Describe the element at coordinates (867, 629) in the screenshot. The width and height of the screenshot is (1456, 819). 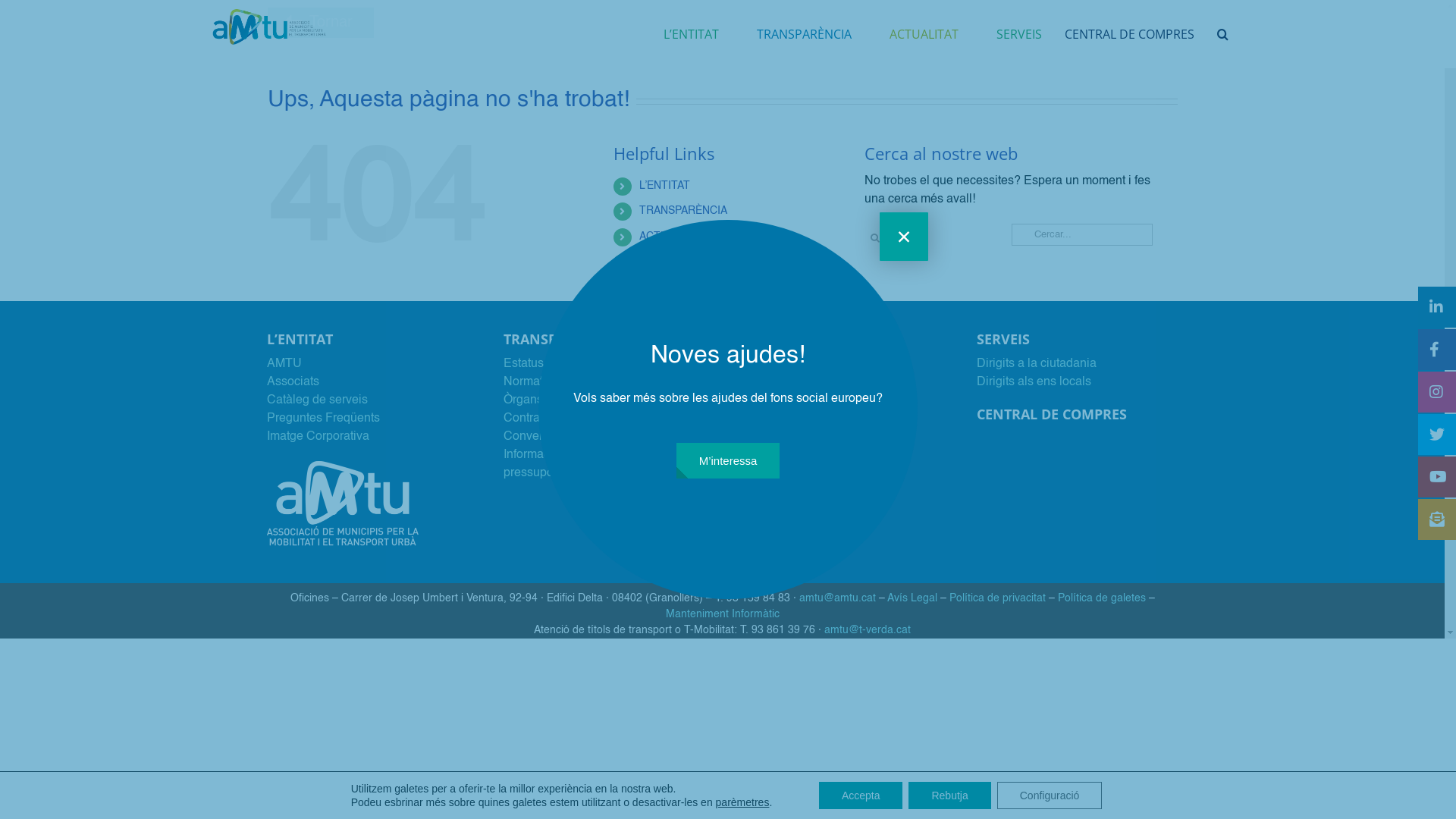
I see `'amtu@t-verda.cat'` at that location.